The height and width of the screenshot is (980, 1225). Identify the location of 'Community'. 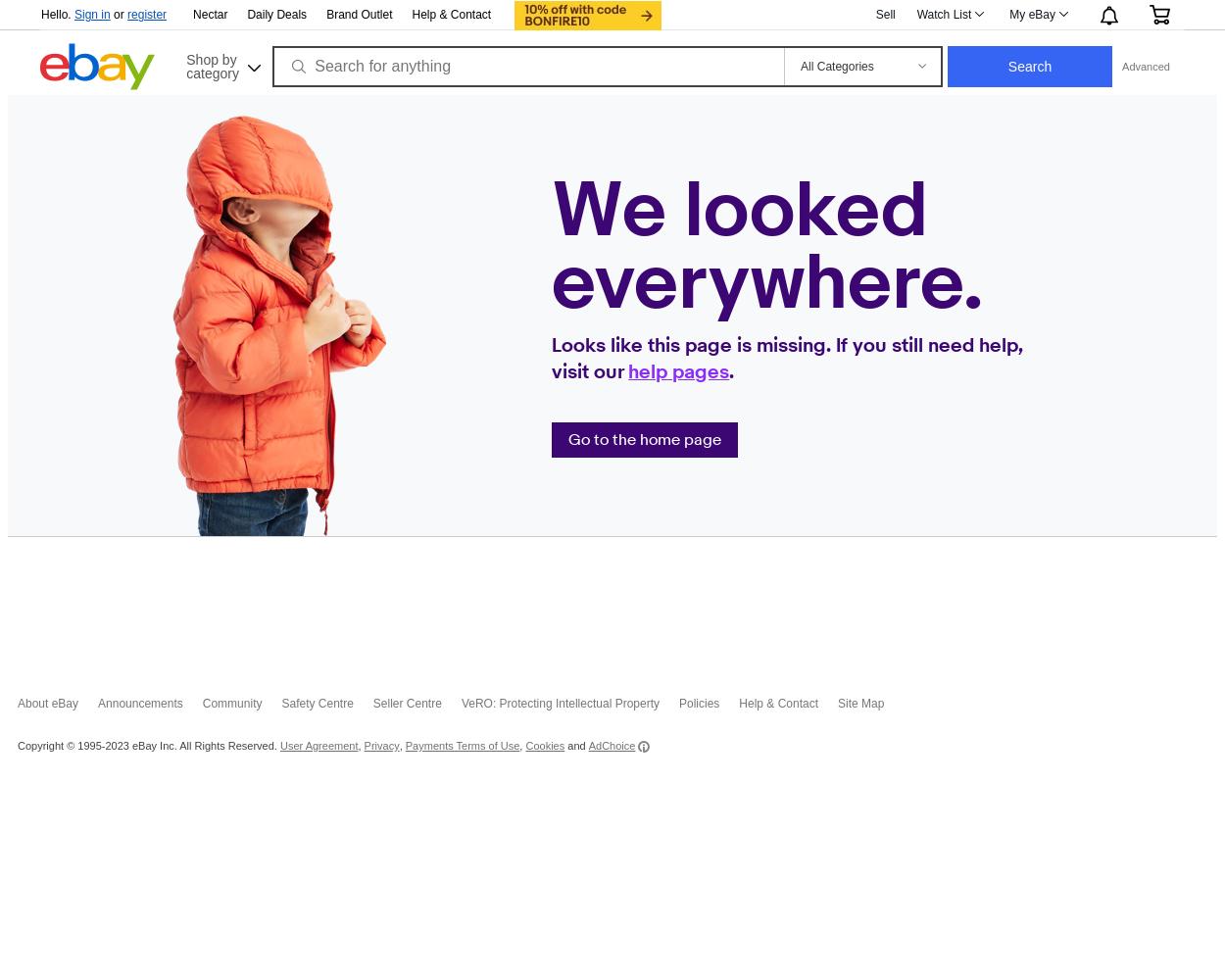
(230, 703).